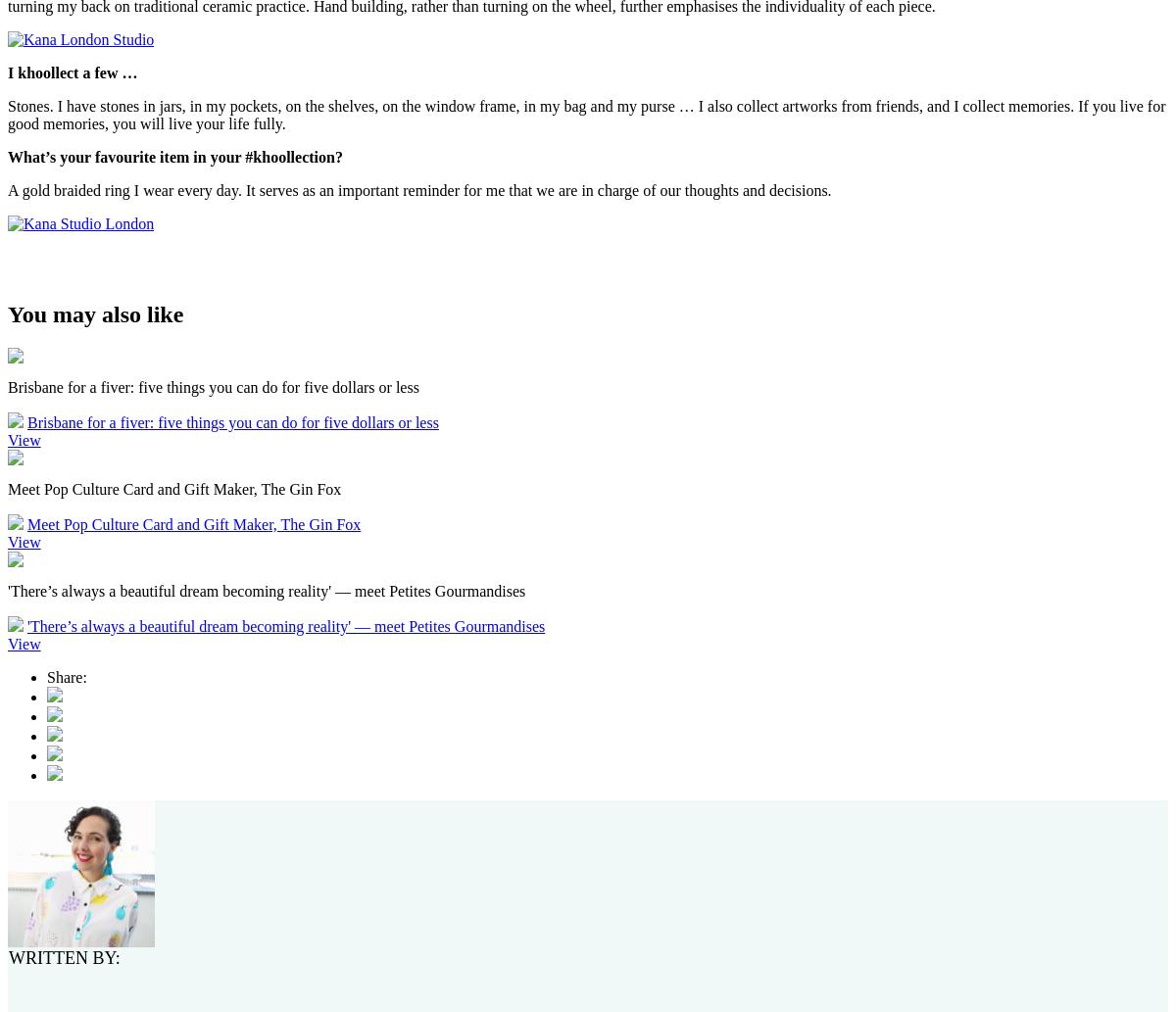 The image size is (1176, 1012). I want to click on 'I khoollect a few …', so click(73, 72).